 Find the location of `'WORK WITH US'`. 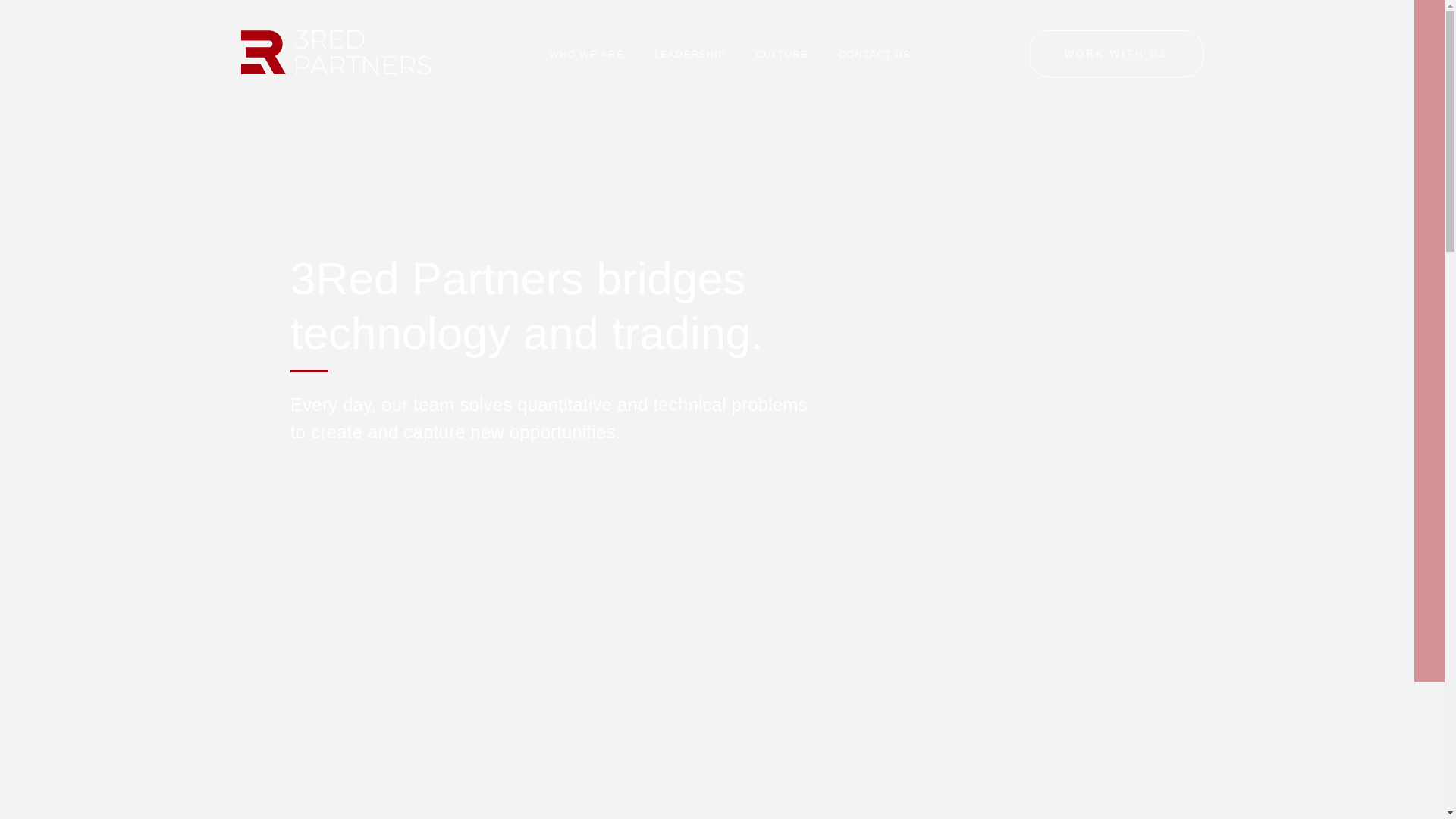

'WORK WITH US' is located at coordinates (1116, 52).